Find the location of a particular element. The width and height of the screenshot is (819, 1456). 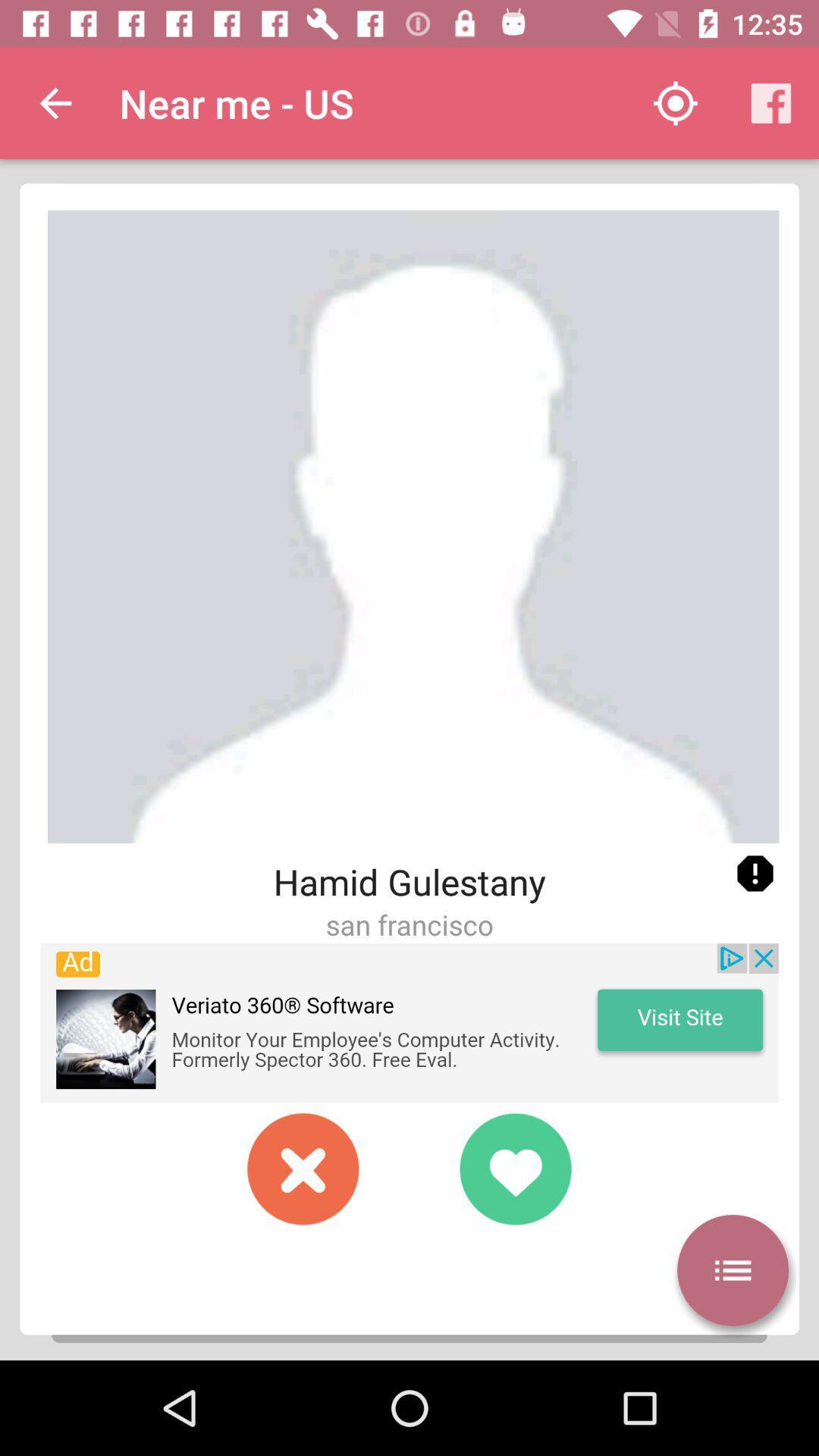

sponsored content is located at coordinates (409, 1023).